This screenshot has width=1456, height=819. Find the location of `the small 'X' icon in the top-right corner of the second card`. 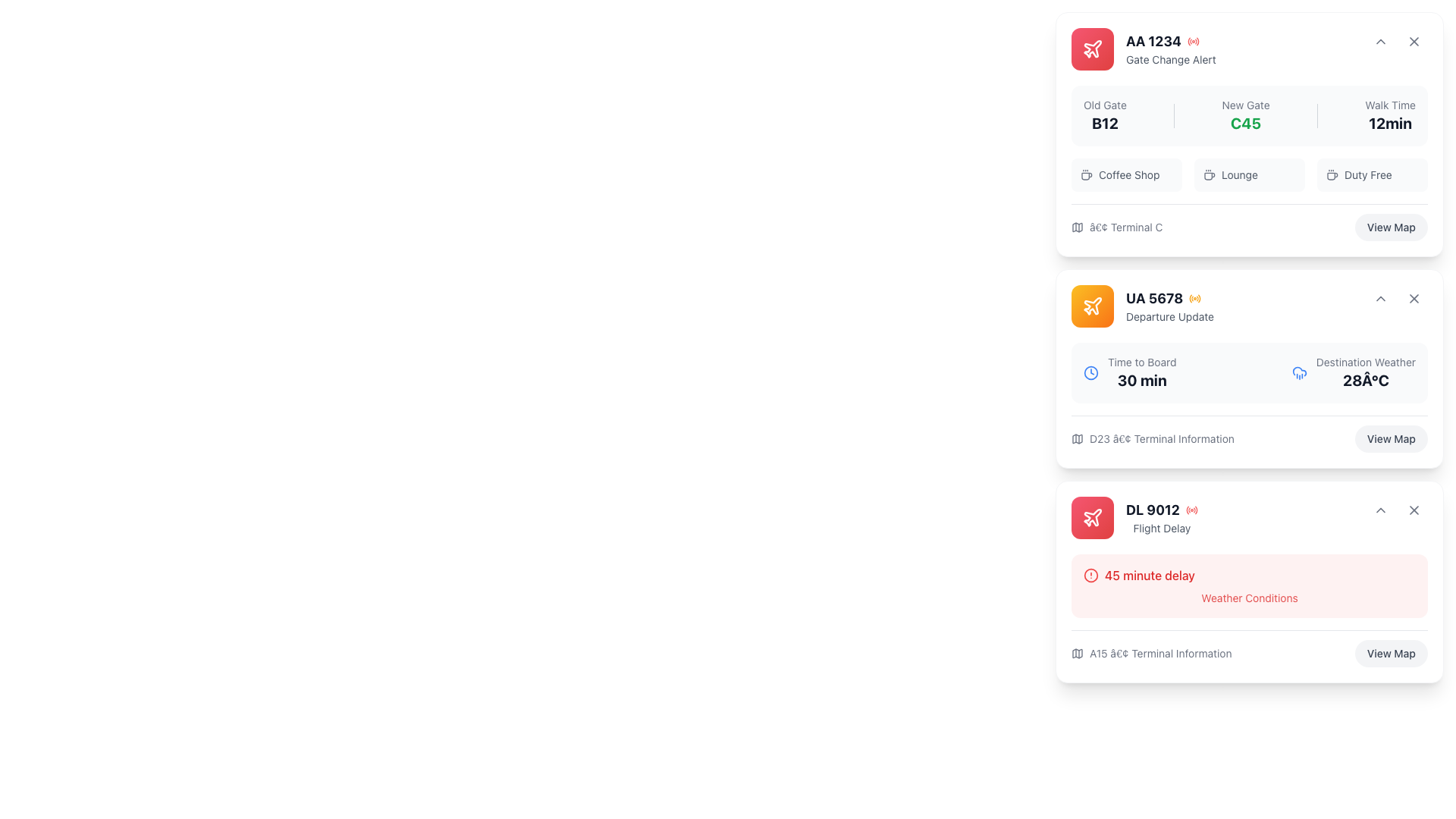

the small 'X' icon in the top-right corner of the second card is located at coordinates (1414, 298).